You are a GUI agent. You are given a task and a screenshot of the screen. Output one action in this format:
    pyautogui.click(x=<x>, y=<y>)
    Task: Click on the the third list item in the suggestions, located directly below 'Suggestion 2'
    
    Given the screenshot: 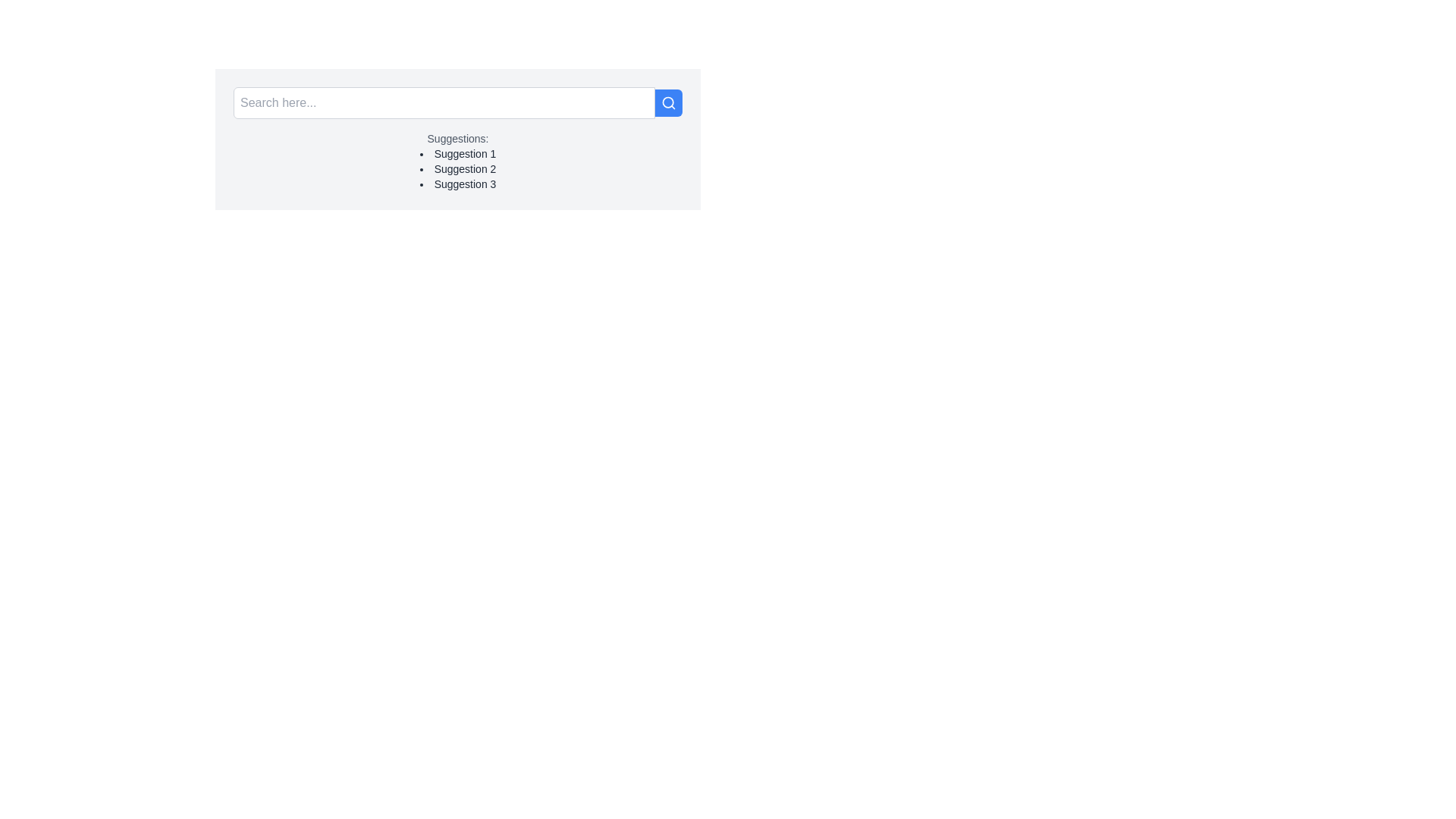 What is the action you would take?
    pyautogui.click(x=457, y=184)
    